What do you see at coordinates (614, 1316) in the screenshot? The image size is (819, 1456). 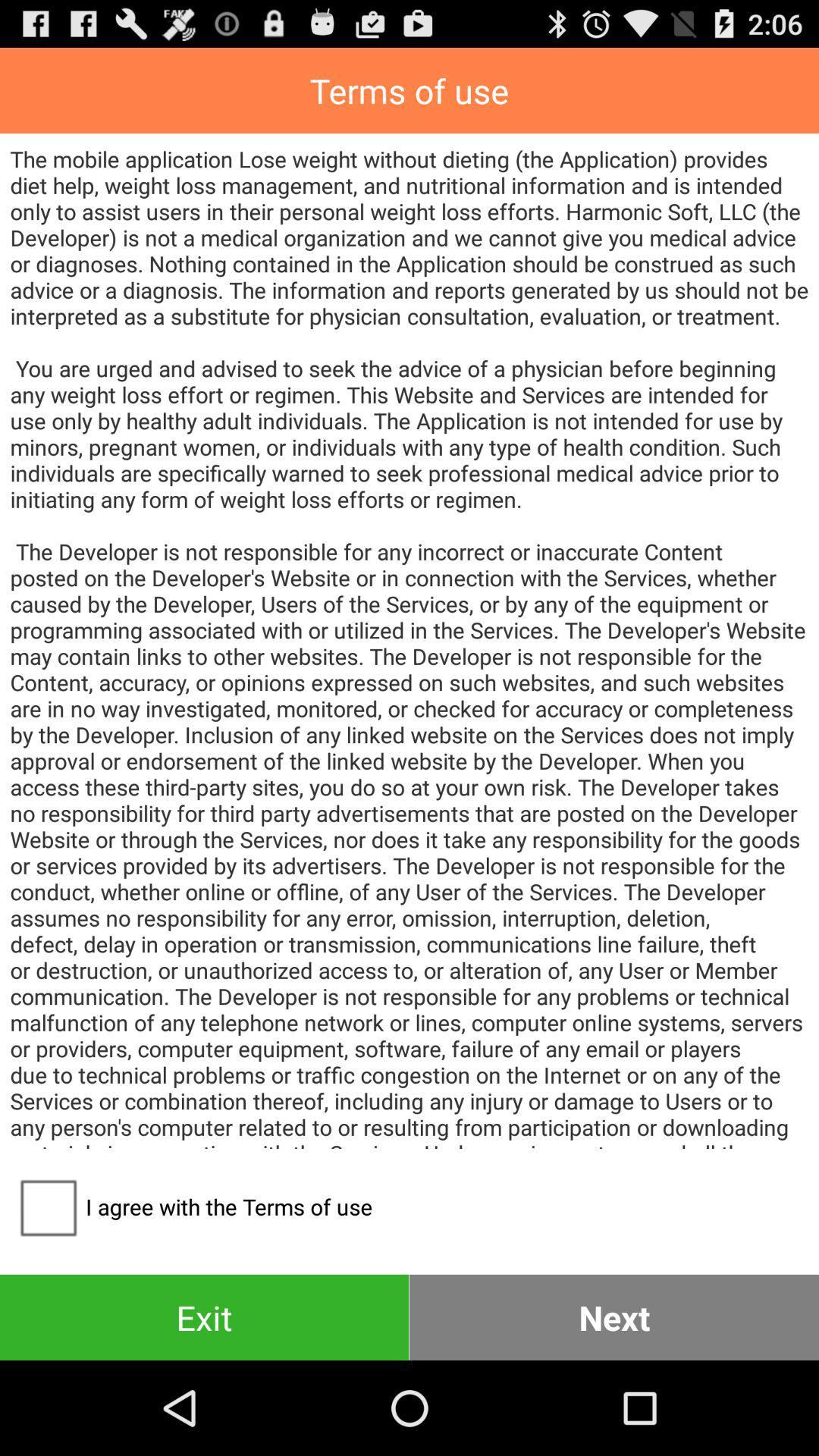 I see `the icon below the the mobile application item` at bounding box center [614, 1316].